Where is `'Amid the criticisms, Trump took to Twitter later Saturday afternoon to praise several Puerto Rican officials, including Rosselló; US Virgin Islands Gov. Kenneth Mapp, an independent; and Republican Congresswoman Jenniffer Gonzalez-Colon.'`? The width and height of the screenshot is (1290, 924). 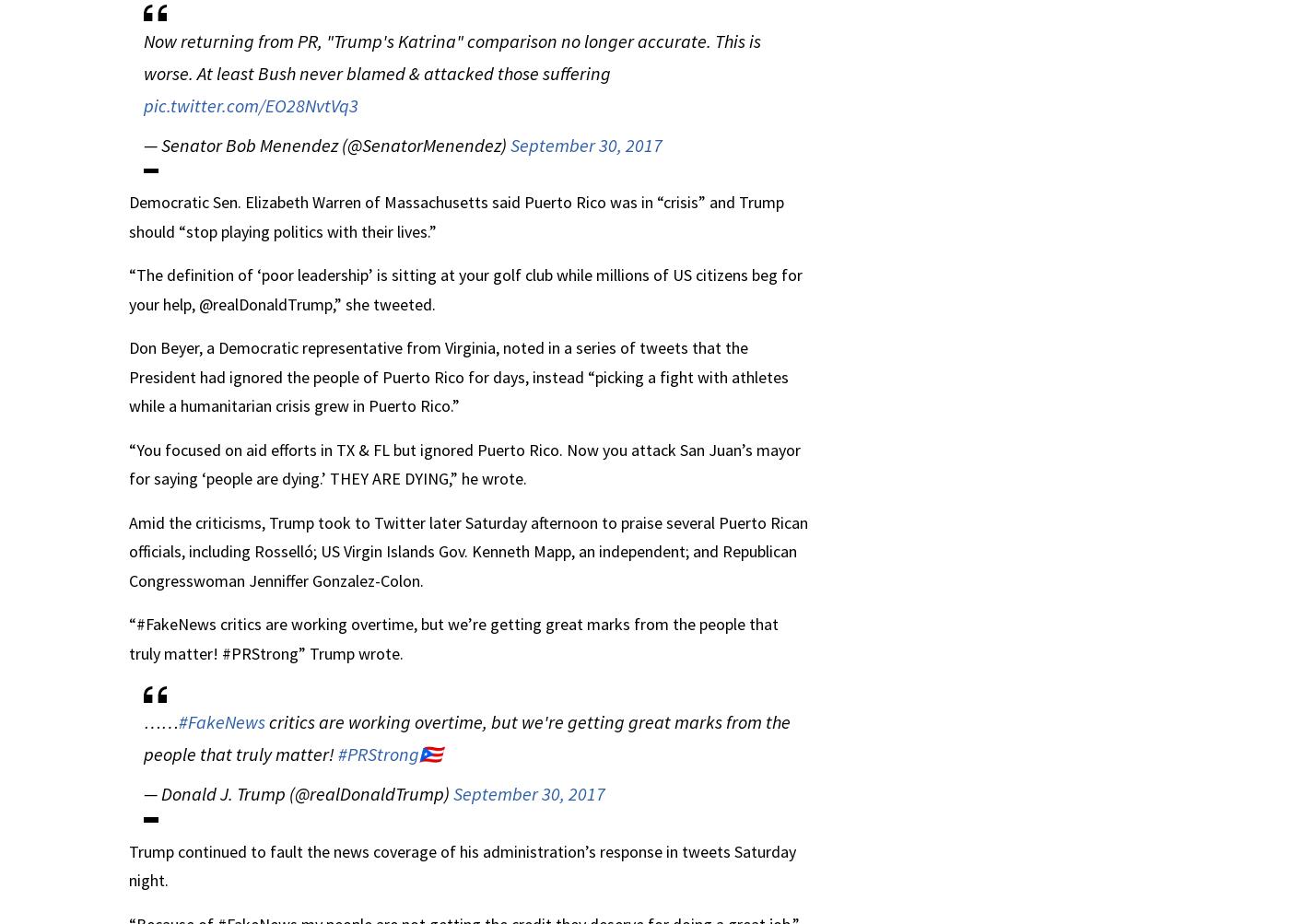
'Amid the criticisms, Trump took to Twitter later Saturday afternoon to praise several Puerto Rican officials, including Rosselló; US Virgin Islands Gov. Kenneth Mapp, an independent; and Republican Congresswoman Jenniffer Gonzalez-Colon.' is located at coordinates (468, 549).